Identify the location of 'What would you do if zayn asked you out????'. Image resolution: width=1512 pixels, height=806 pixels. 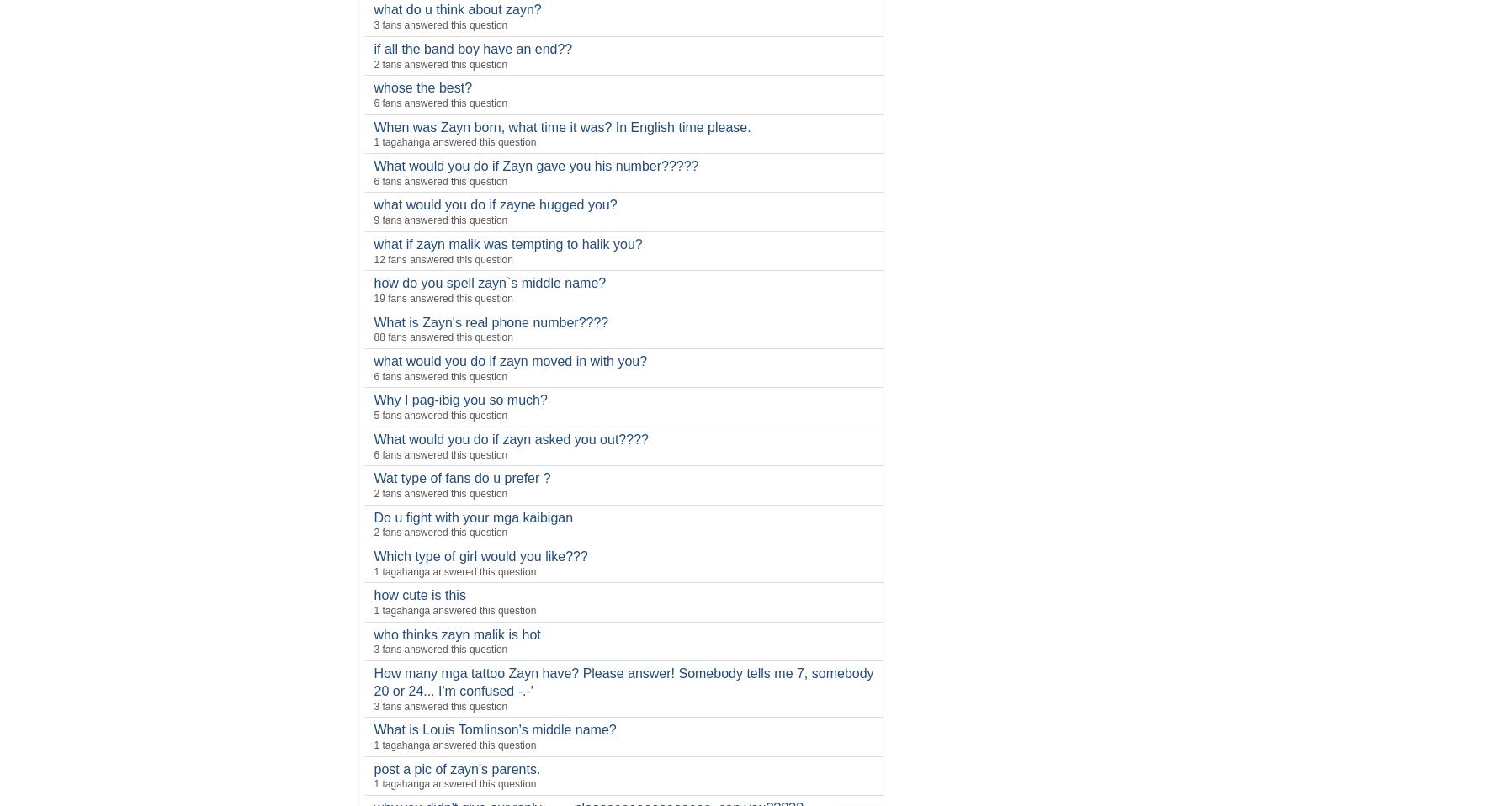
(373, 437).